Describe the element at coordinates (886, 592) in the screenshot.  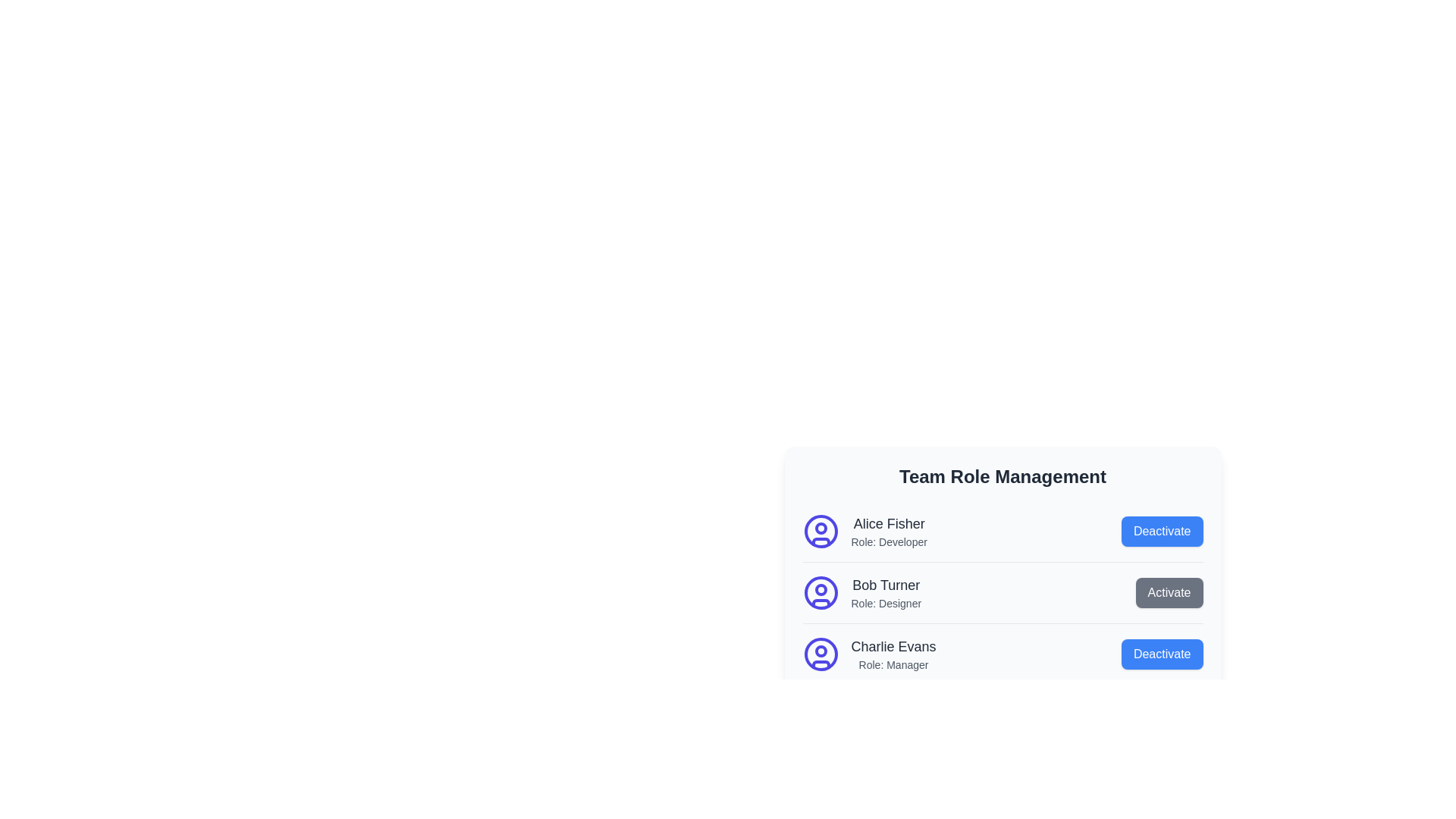
I see `text of the Text Display element showing 'Bob Turner' and 'Role: Designer', which is the second entry in the user profiles list in the 'Team Role Management' section` at that location.